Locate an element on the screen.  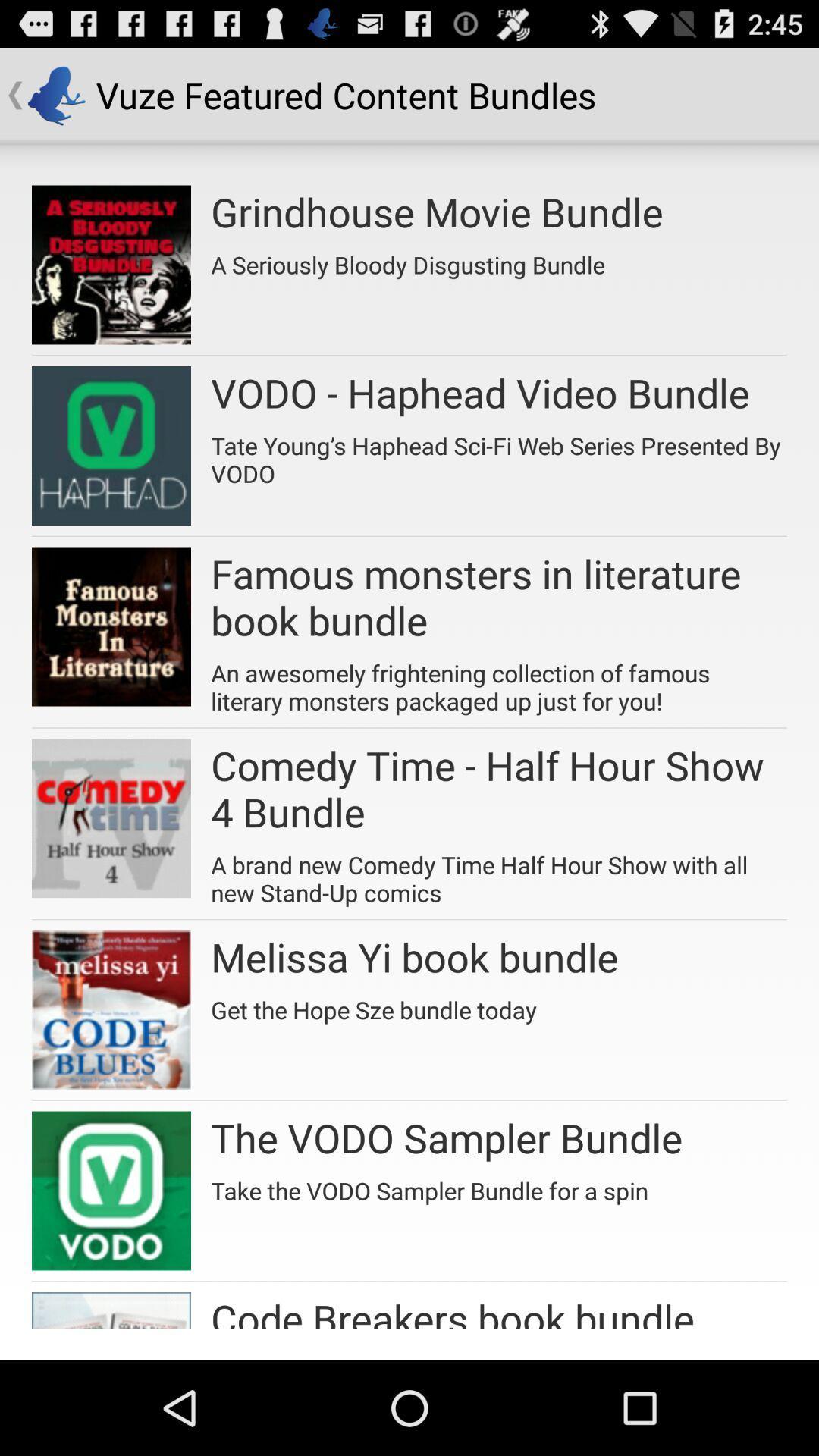
the app below vodo haphead video item is located at coordinates (499, 453).